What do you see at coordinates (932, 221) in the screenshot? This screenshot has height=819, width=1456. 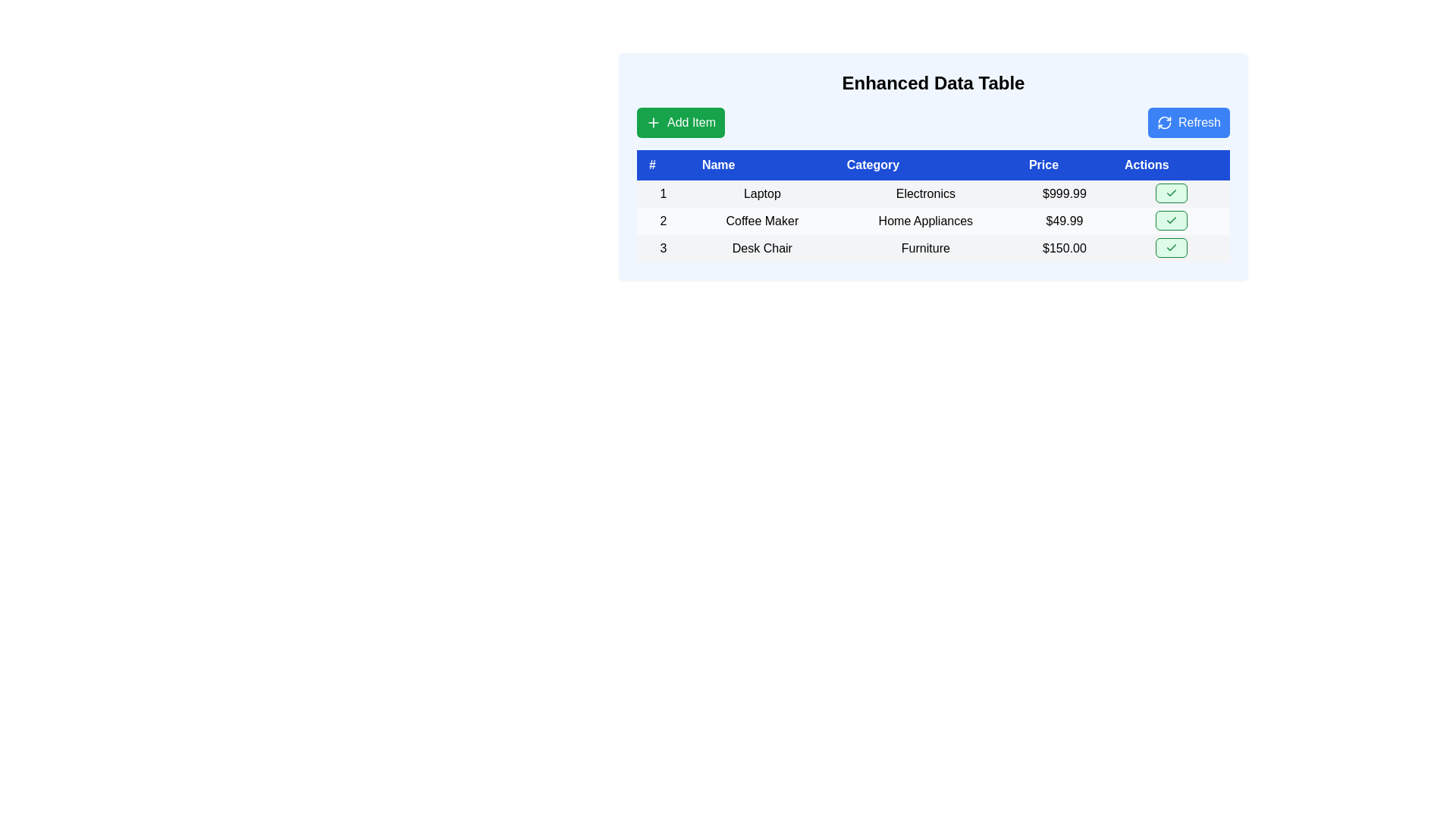 I see `text content of the second row in the table that includes the Coffee Maker item, which contains its identifier, category, and price` at bounding box center [932, 221].